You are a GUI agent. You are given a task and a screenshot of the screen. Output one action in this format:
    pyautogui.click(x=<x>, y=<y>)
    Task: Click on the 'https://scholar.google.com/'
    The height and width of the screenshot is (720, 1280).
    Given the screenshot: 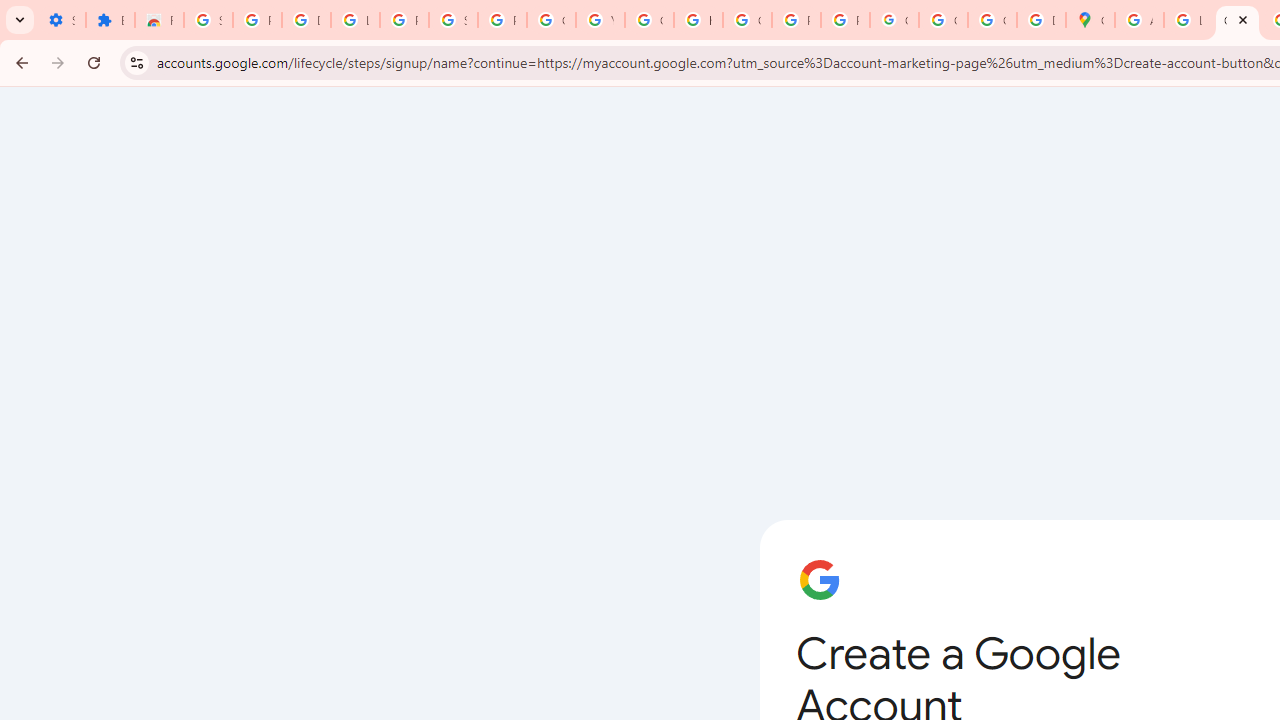 What is the action you would take?
    pyautogui.click(x=698, y=20)
    